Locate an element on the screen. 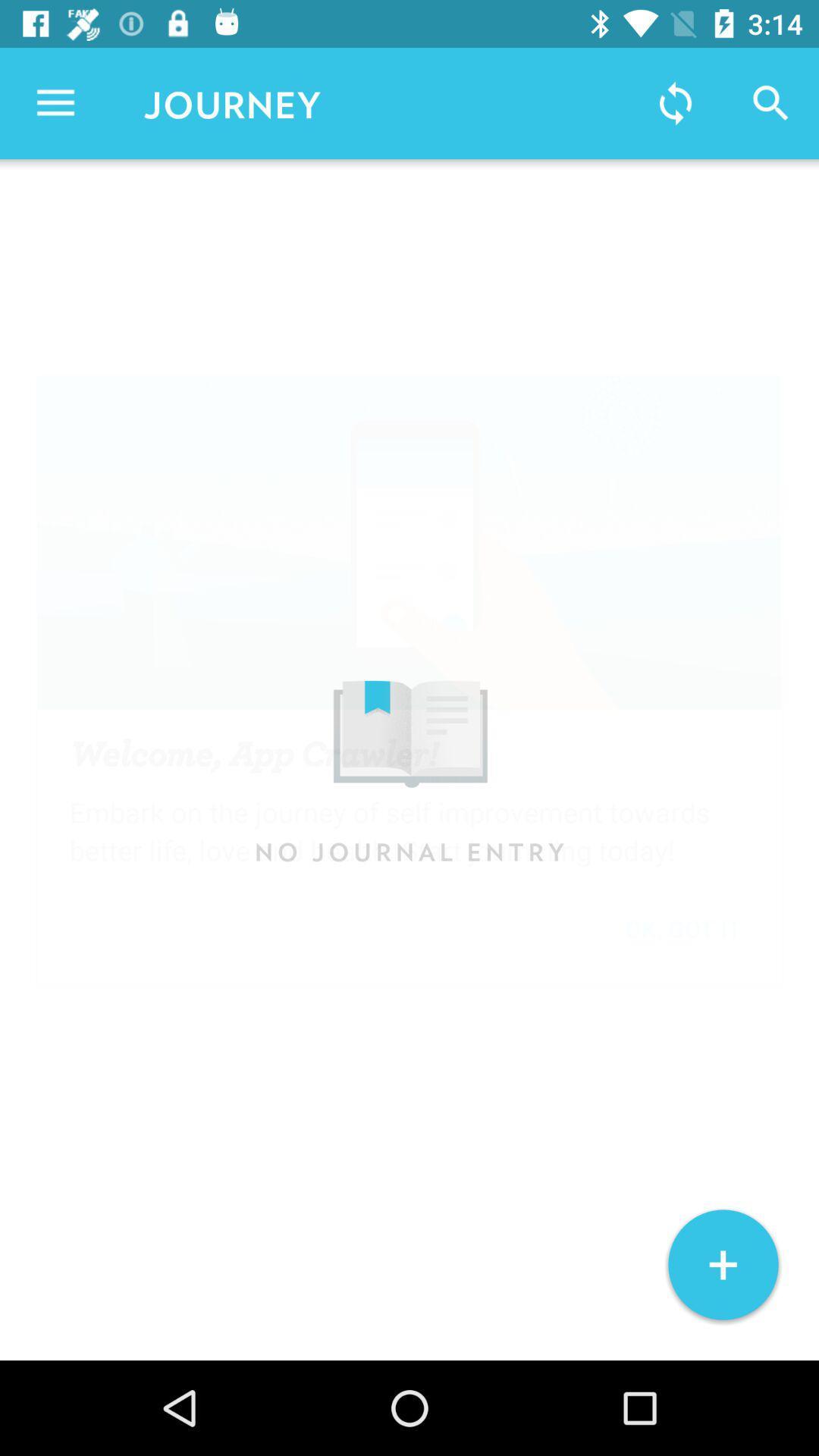 Image resolution: width=819 pixels, height=1456 pixels. + item is located at coordinates (722, 1265).